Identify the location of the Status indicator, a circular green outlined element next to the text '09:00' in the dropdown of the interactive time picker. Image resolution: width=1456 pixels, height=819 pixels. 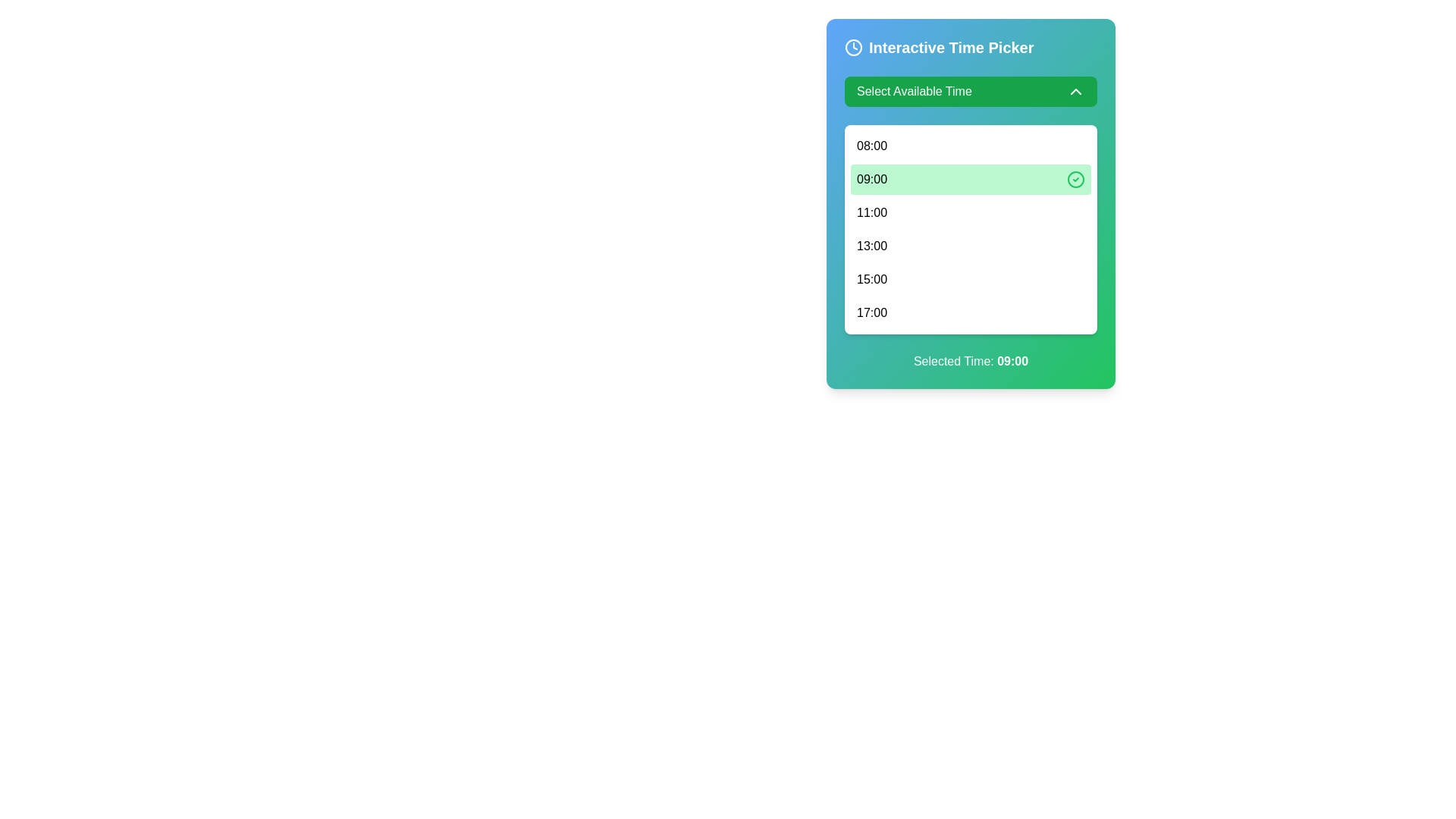
(1075, 178).